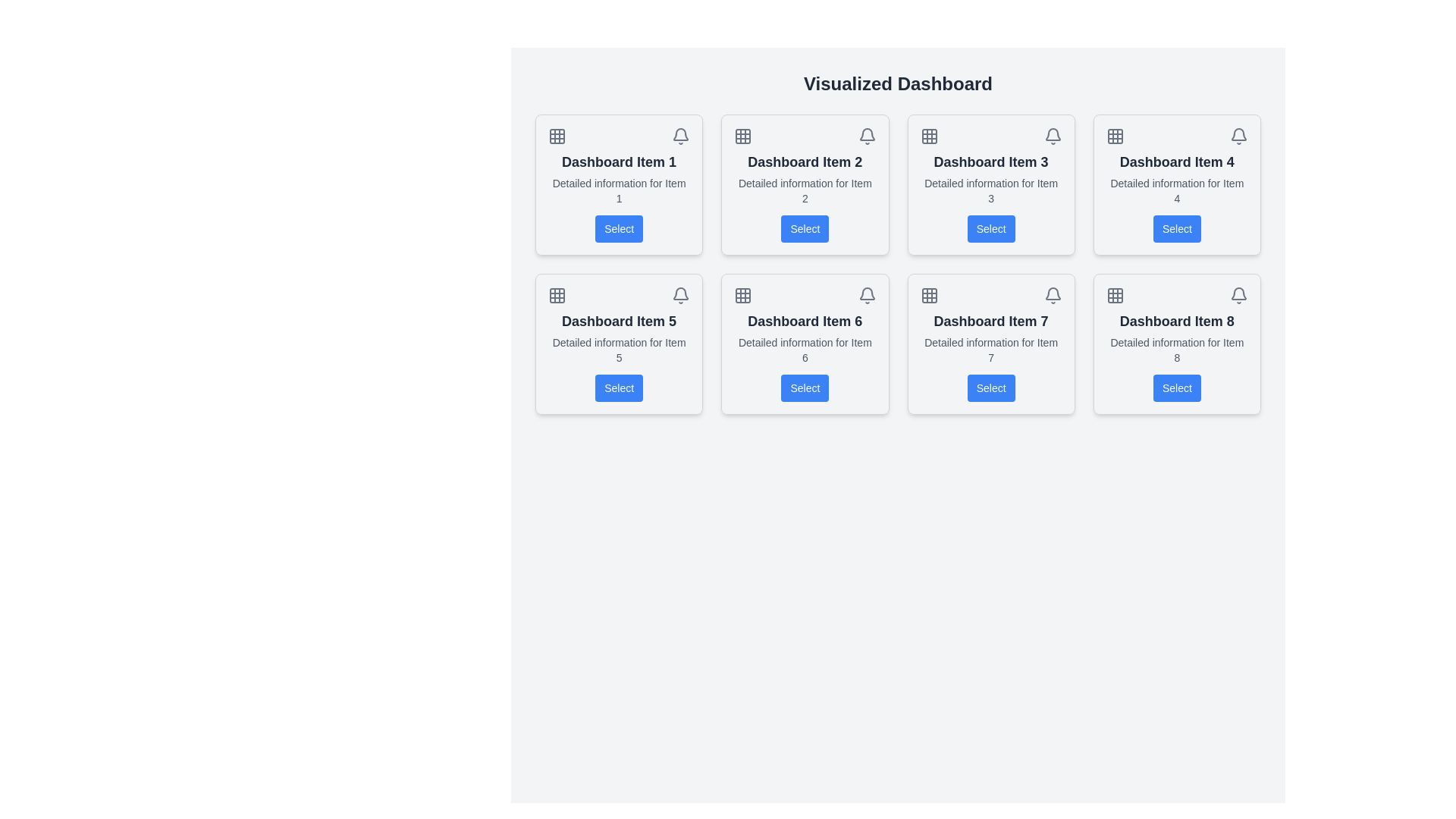 This screenshot has width=1456, height=819. Describe the element at coordinates (1052, 136) in the screenshot. I see `the bell icon located in the top-right corner of the 'Dashboard Item 3' card` at that location.